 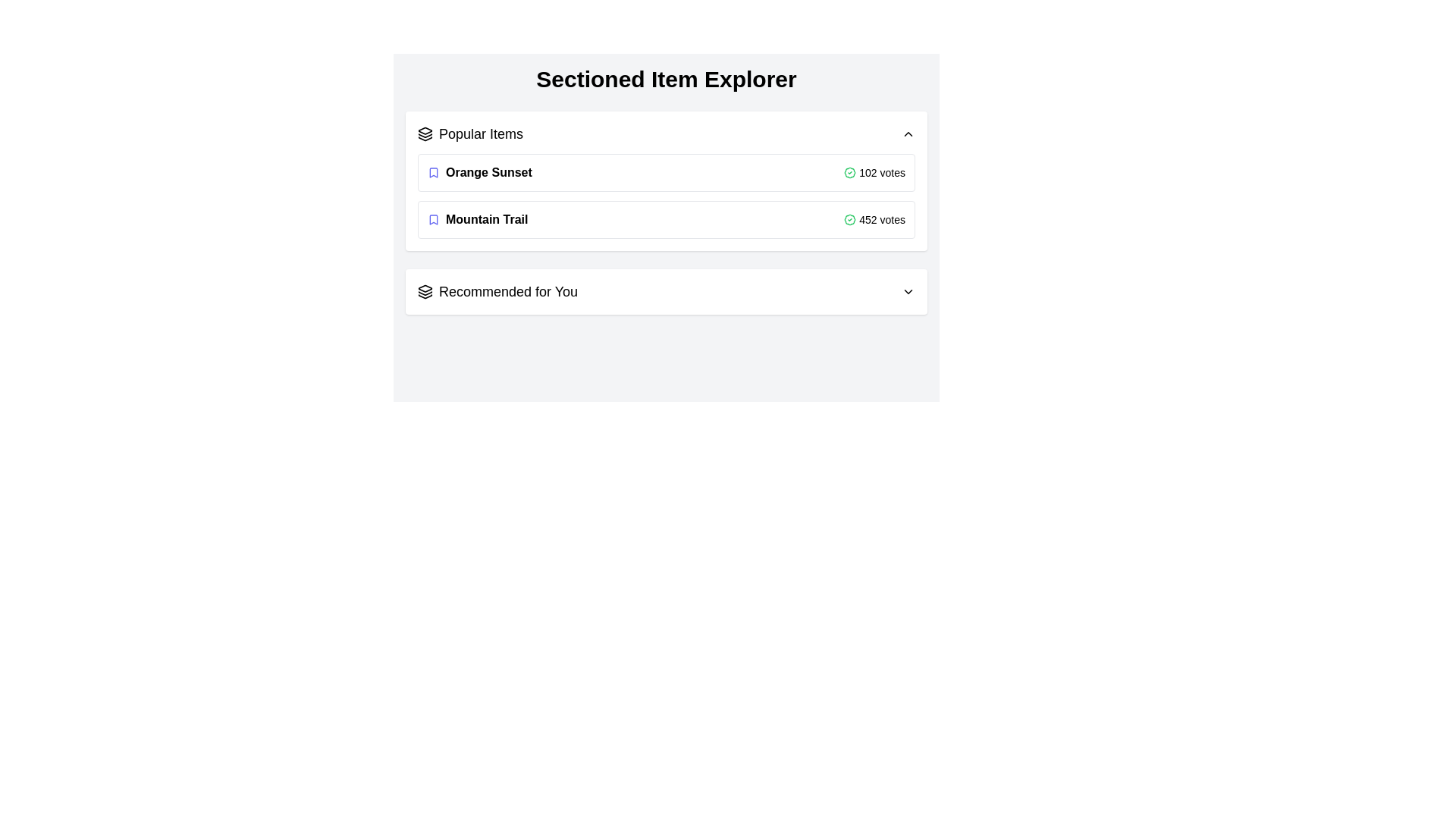 I want to click on the informative list item displaying 'Mountain Trail' with a voting score of '452 votes', located in the 'Popular Items' section, so click(x=666, y=219).